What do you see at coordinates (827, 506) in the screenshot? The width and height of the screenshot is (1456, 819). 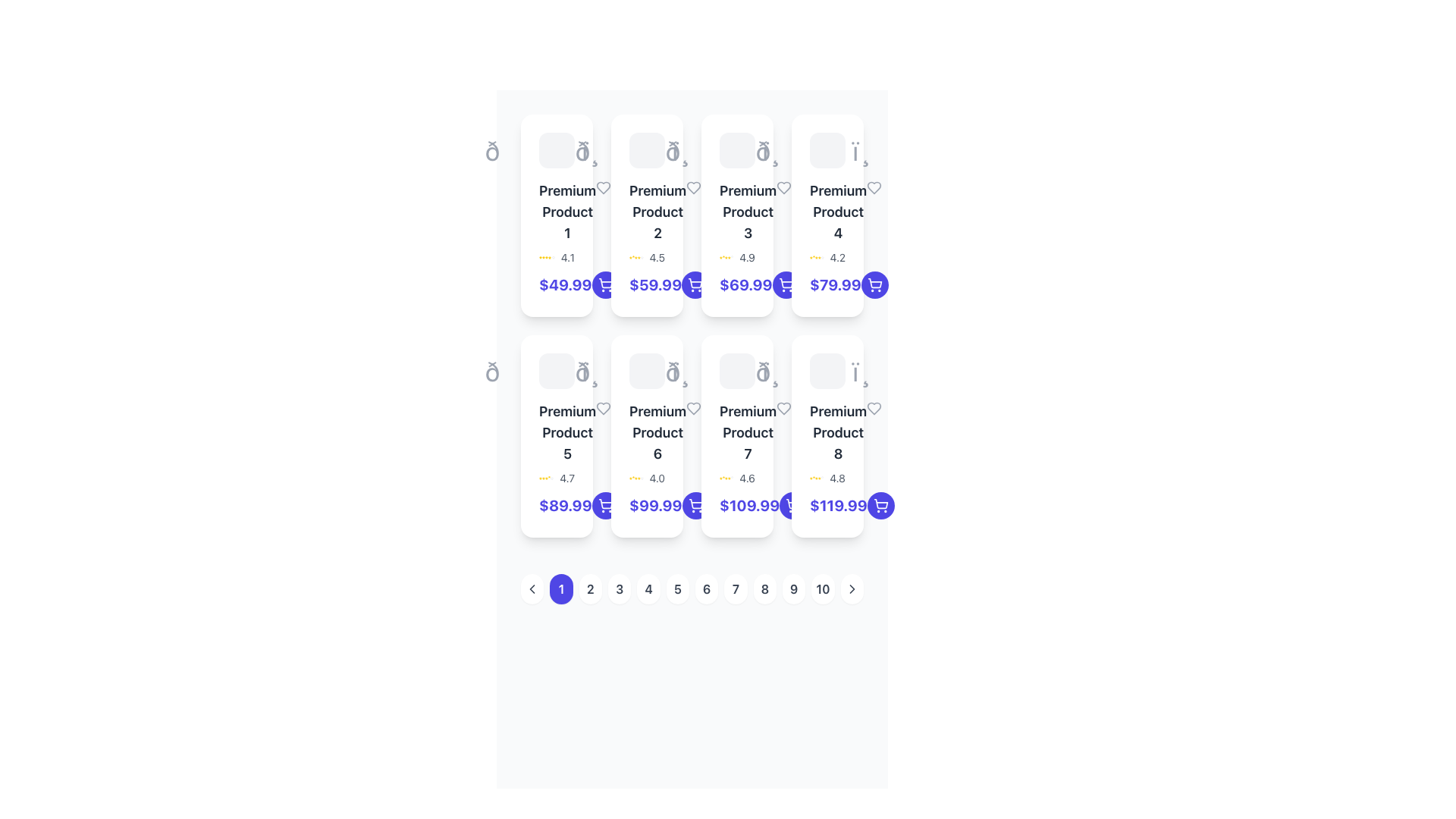 I see `the price text displayed at the bottom-right corner of the 'Premium Product 8' card` at bounding box center [827, 506].